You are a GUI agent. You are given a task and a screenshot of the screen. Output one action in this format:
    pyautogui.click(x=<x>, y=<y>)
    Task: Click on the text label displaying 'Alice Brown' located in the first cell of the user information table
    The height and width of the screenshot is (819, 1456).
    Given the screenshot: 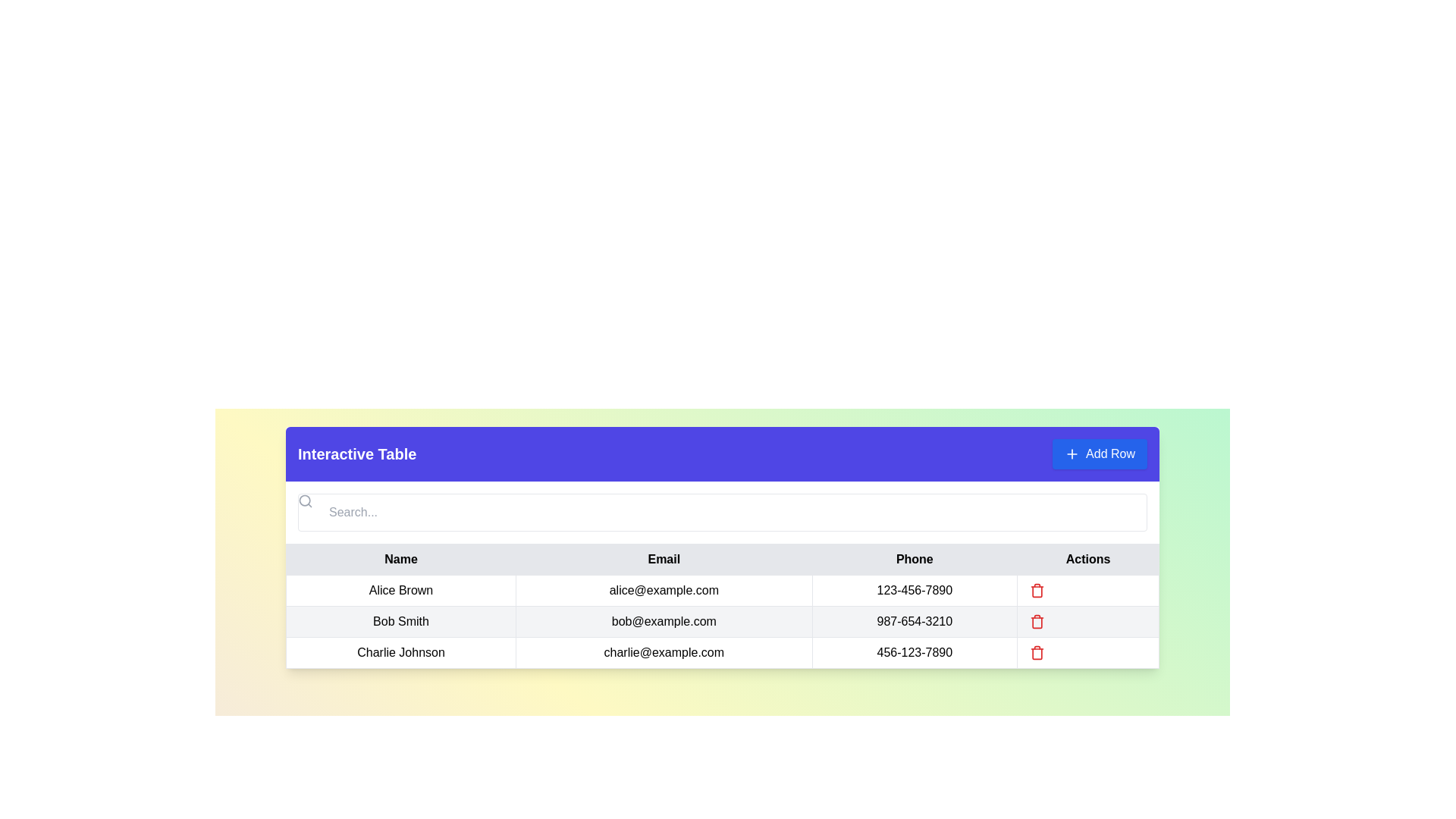 What is the action you would take?
    pyautogui.click(x=400, y=590)
    